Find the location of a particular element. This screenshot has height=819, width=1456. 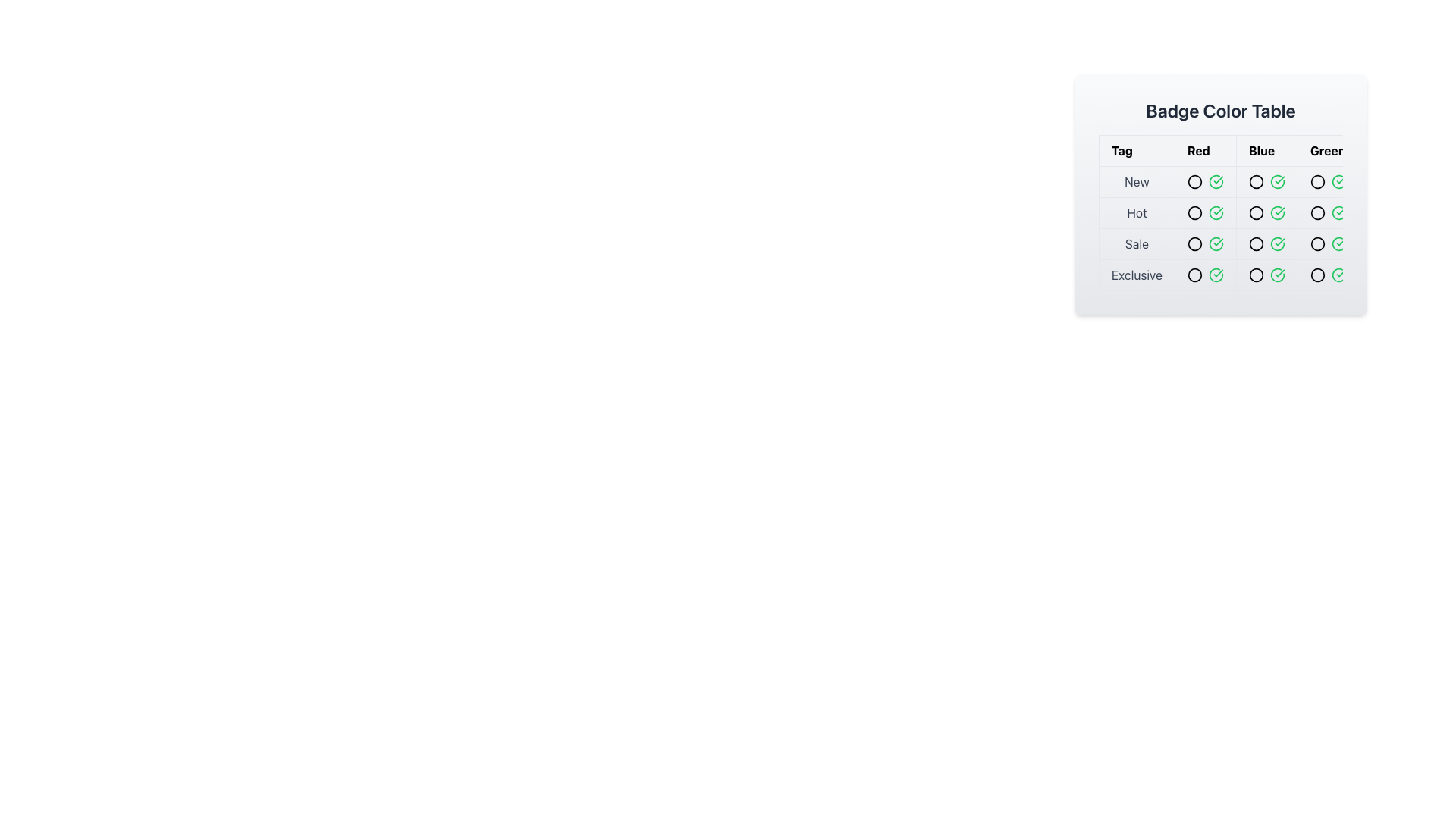

the Circle Icon in the 'Green' column of the 'Badge Color Table' which indicates the 'New' status is located at coordinates (1316, 180).